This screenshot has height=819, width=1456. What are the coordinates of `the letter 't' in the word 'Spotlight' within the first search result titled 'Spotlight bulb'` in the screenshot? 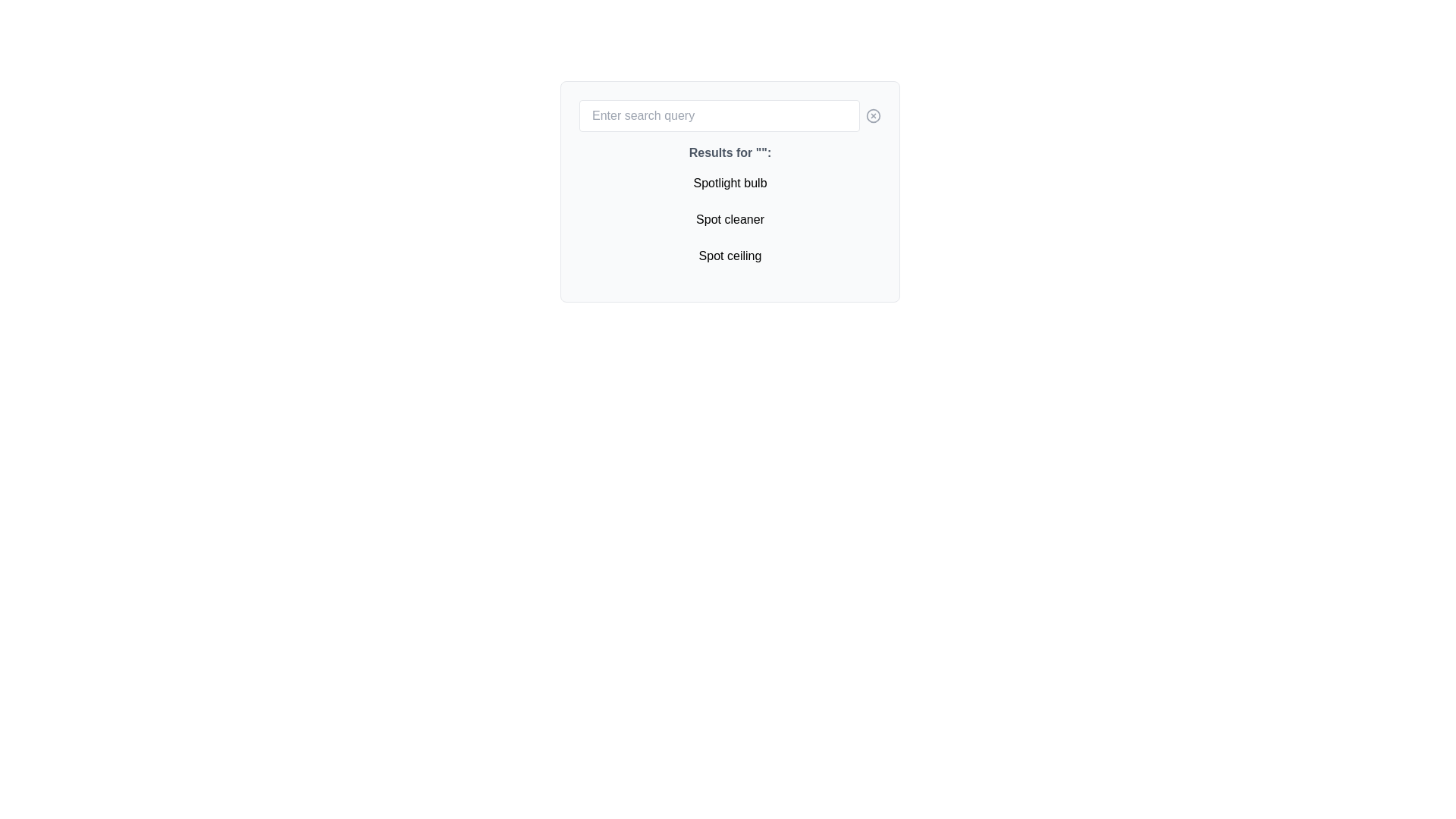 It's located at (716, 182).